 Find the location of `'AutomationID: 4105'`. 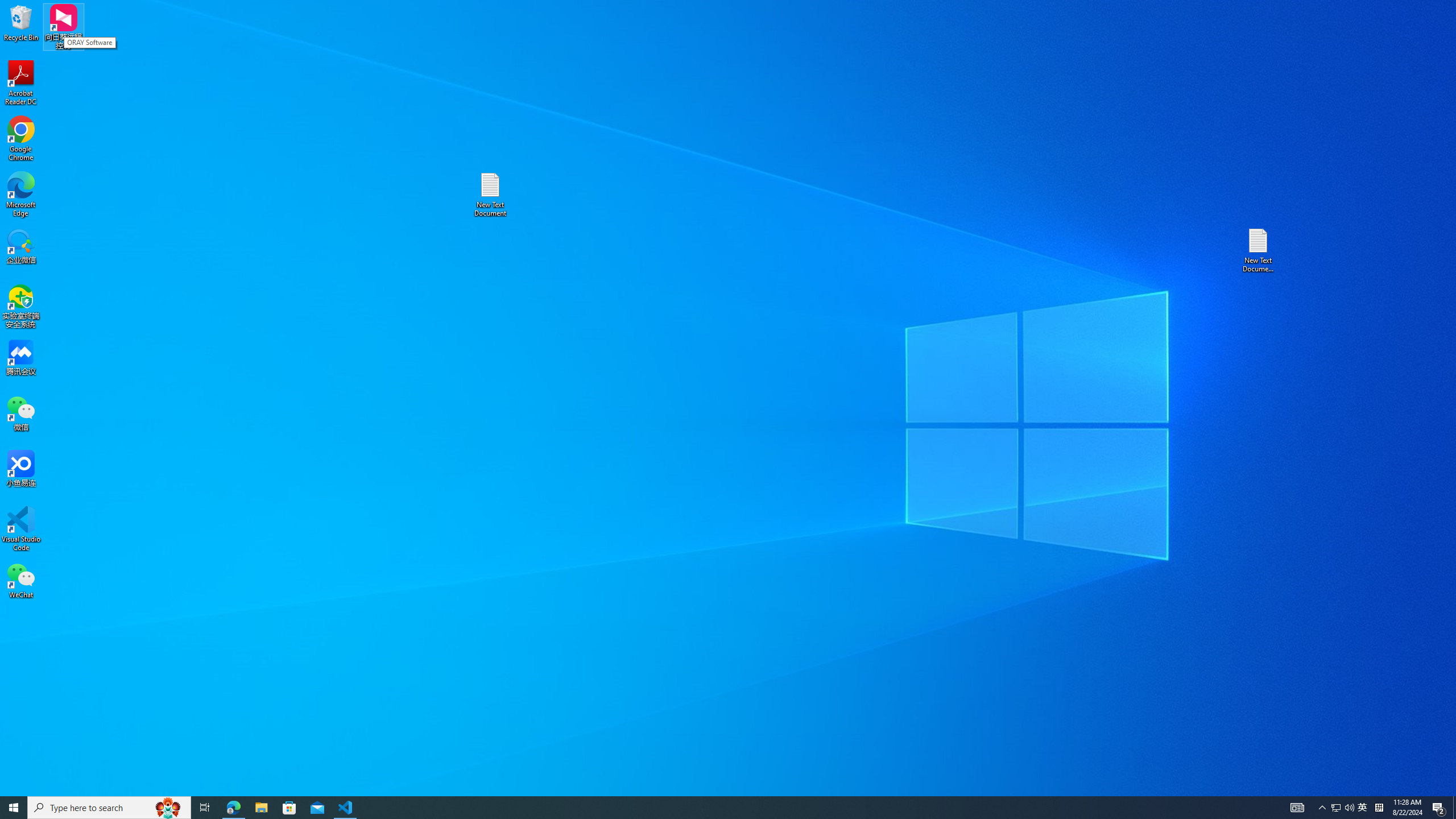

'AutomationID: 4105' is located at coordinates (1296, 806).